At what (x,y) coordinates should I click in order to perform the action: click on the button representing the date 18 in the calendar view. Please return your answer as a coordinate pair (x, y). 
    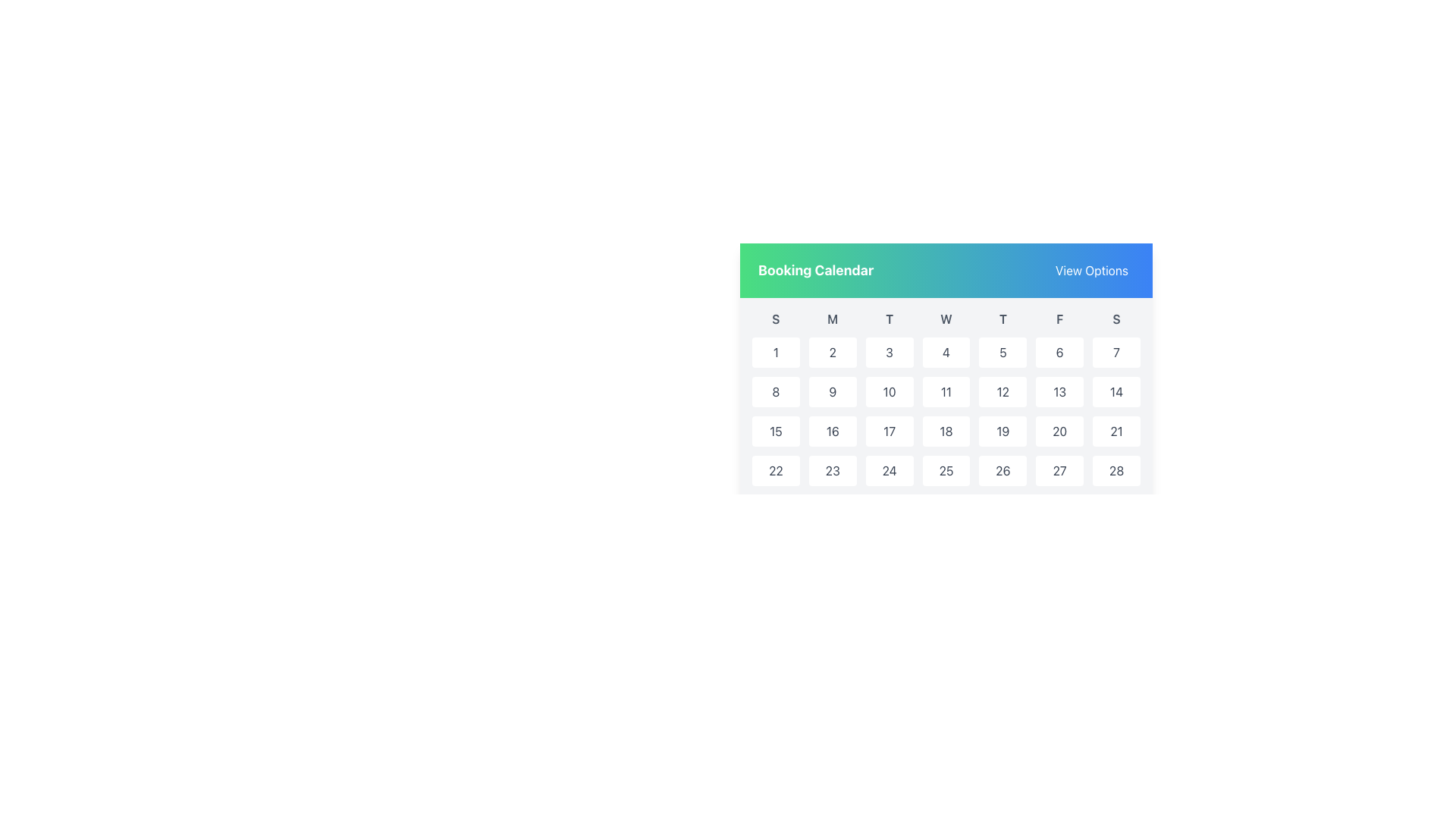
    Looking at the image, I should click on (946, 431).